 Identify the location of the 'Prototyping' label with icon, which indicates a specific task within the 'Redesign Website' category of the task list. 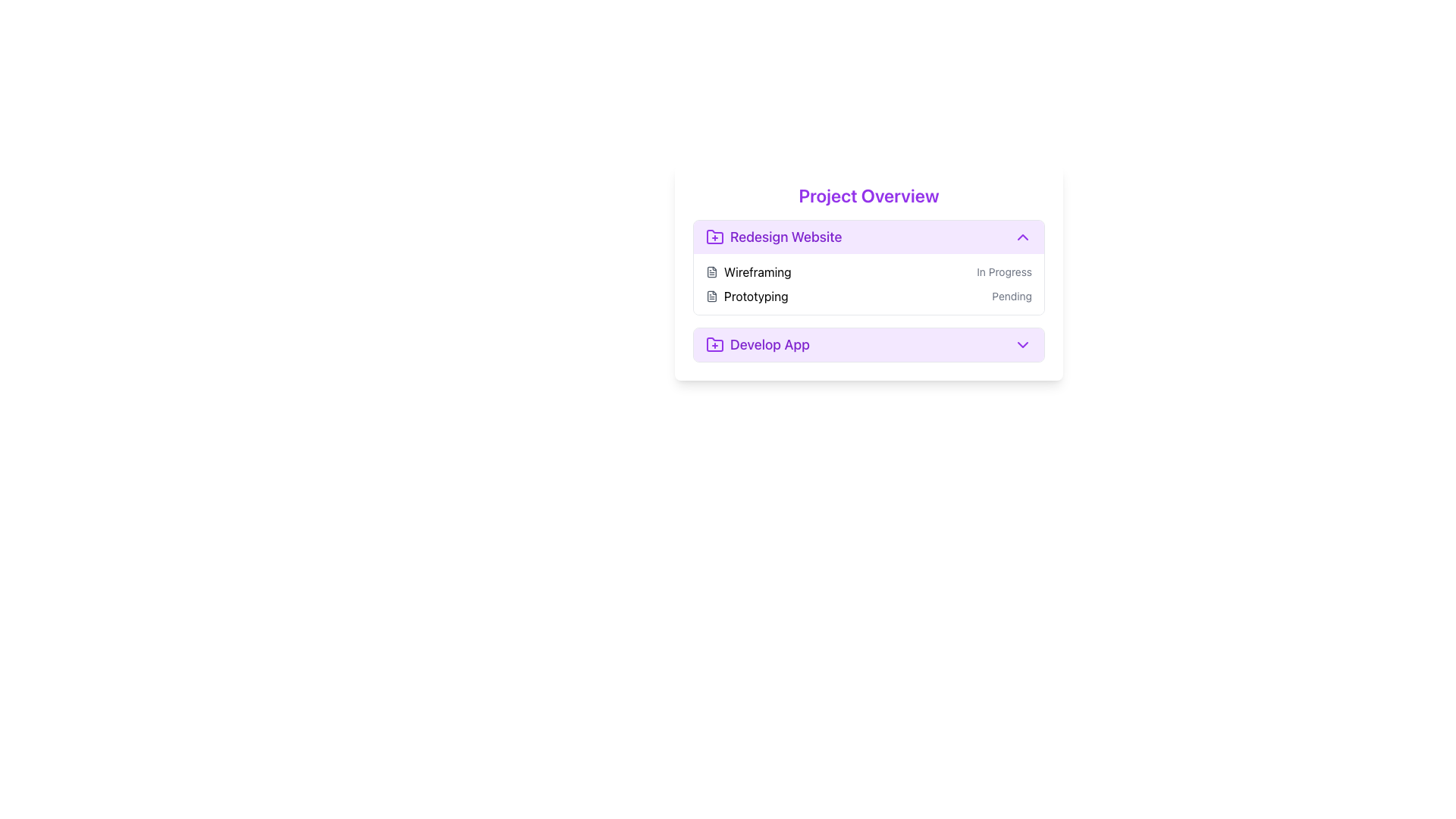
(747, 296).